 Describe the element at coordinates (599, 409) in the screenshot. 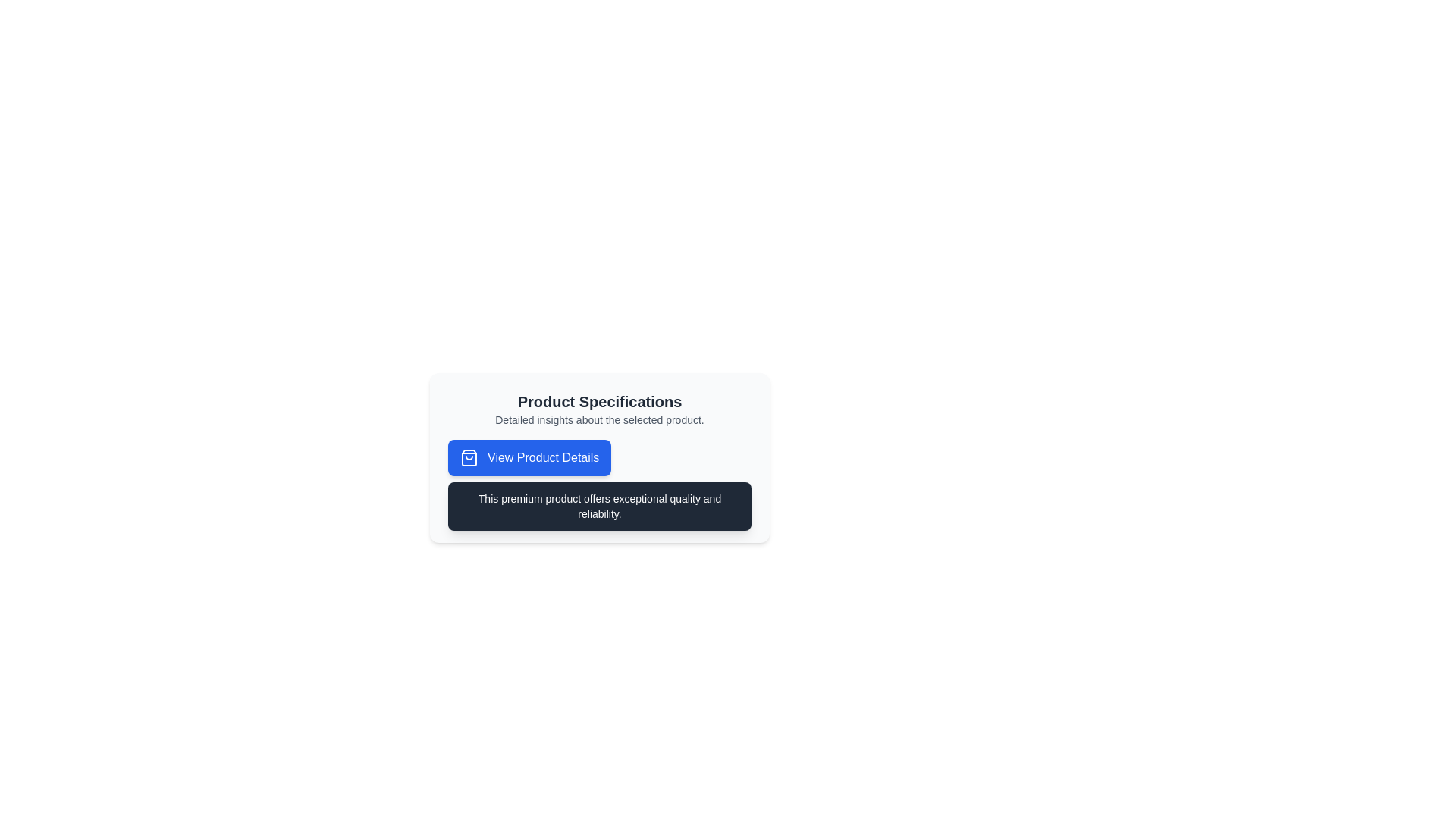

I see `the header text block that provides a title and summary for the section, located above the blue 'View Product Details' button` at that location.